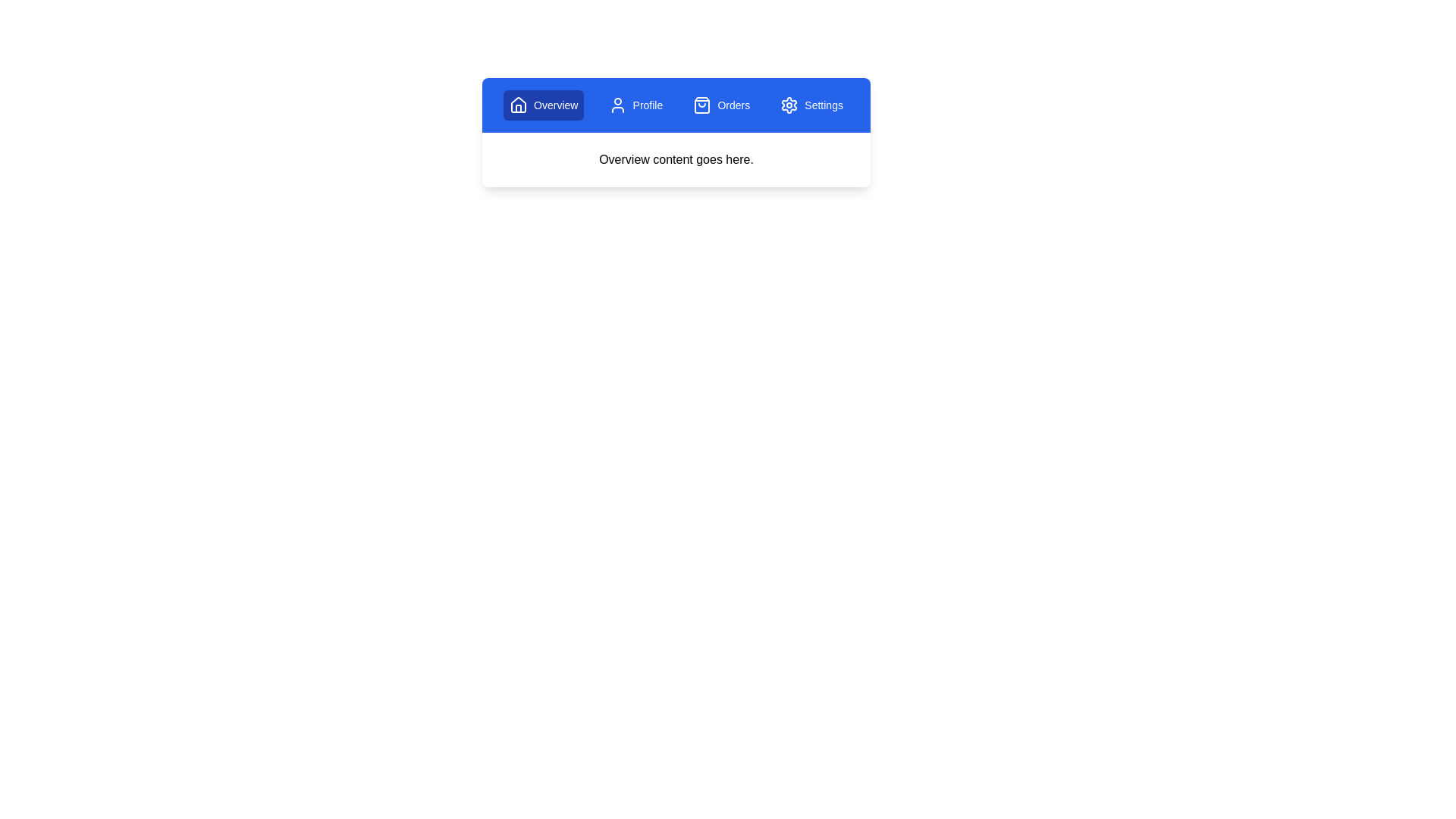 The width and height of the screenshot is (1456, 819). What do you see at coordinates (823, 104) in the screenshot?
I see `the 'Settings' text label in the navigation bar, which is styled in medium-weight font and positioned to the right of a gear icon` at bounding box center [823, 104].